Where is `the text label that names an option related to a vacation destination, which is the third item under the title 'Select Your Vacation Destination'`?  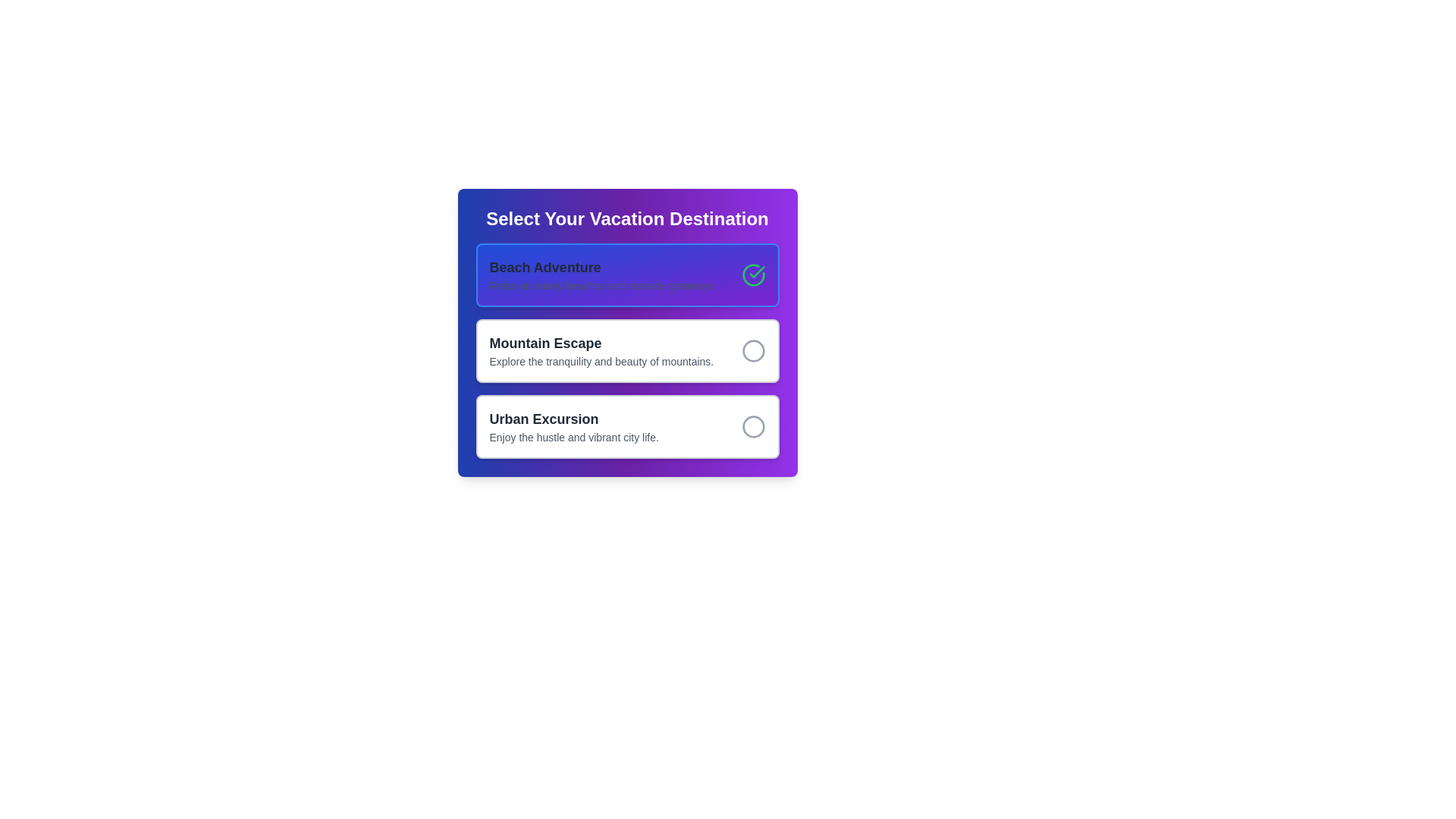 the text label that names an option related to a vacation destination, which is the third item under the title 'Select Your Vacation Destination' is located at coordinates (573, 419).